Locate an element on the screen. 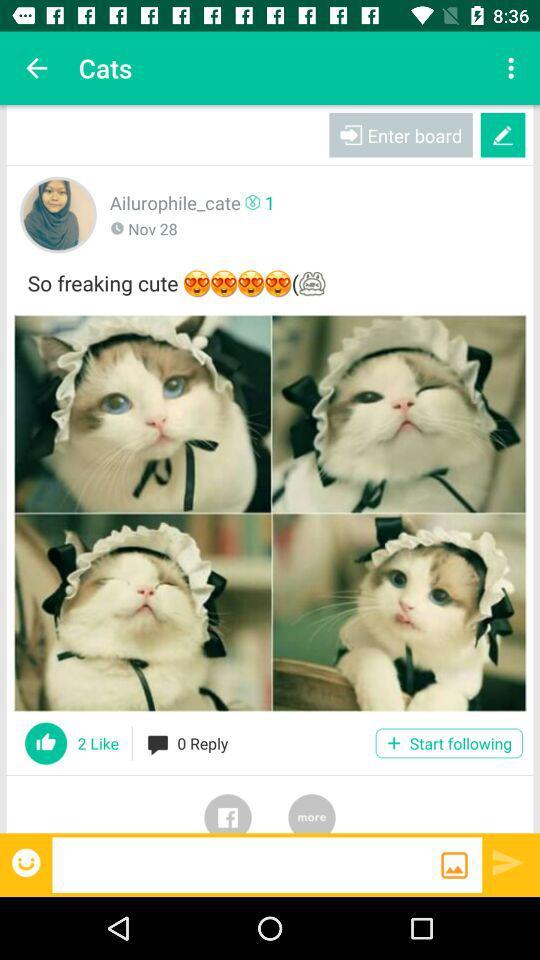  so freaking cute icon is located at coordinates (270, 279).